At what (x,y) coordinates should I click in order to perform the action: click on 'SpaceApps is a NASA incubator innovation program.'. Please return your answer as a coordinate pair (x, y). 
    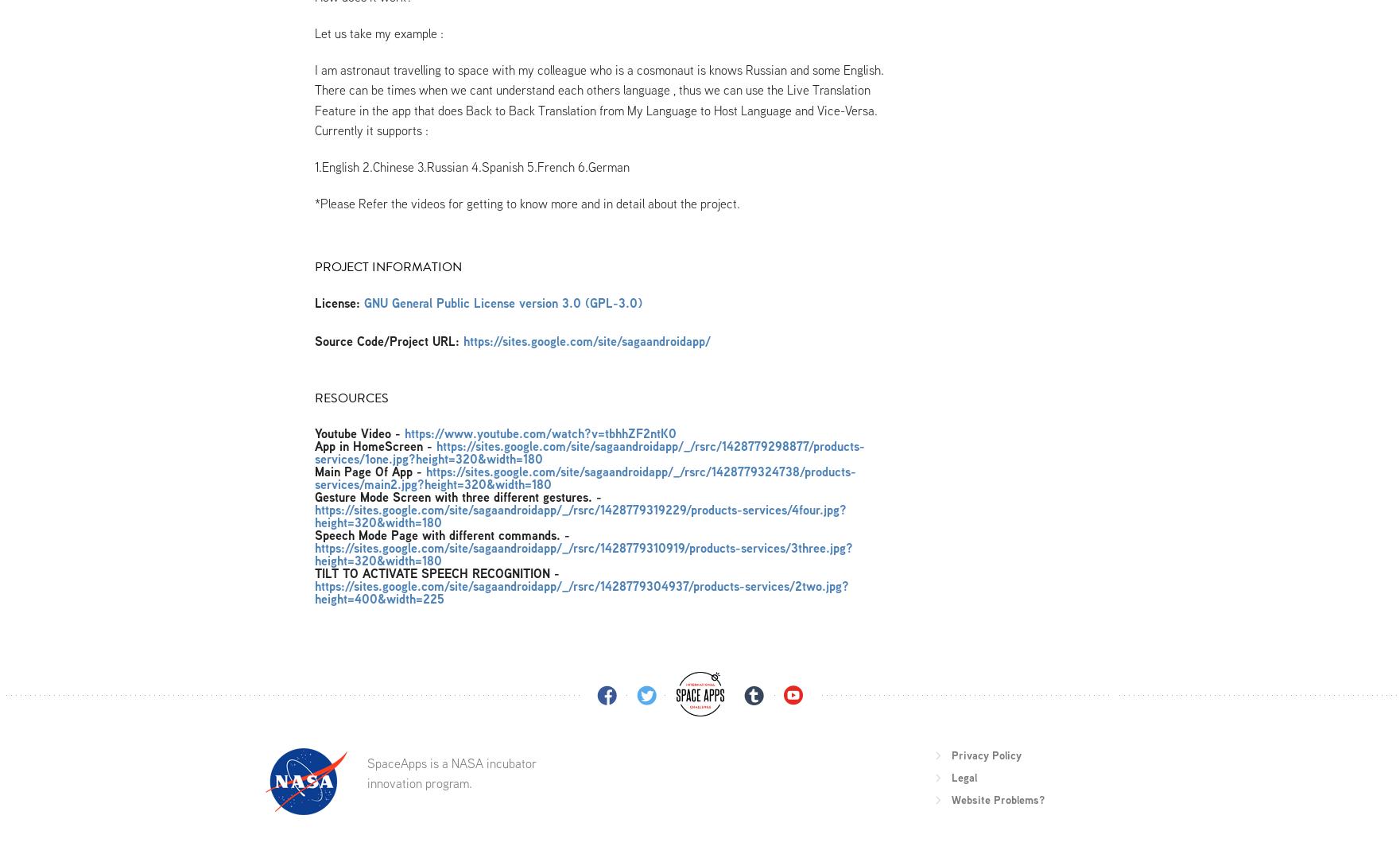
    Looking at the image, I should click on (366, 772).